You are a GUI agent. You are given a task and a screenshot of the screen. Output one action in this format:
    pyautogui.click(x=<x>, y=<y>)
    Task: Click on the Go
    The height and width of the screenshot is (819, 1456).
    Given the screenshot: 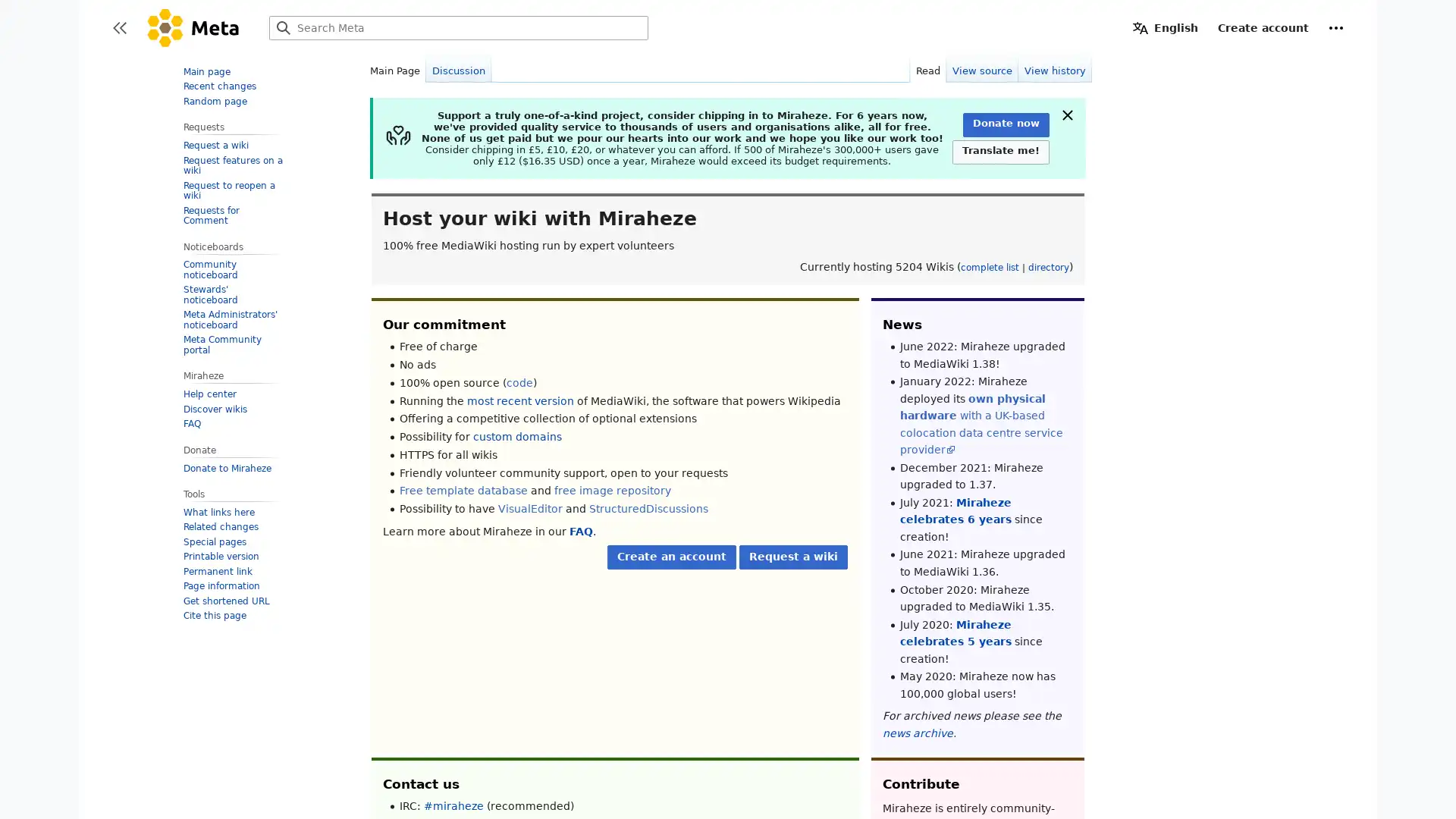 What is the action you would take?
    pyautogui.click(x=284, y=28)
    